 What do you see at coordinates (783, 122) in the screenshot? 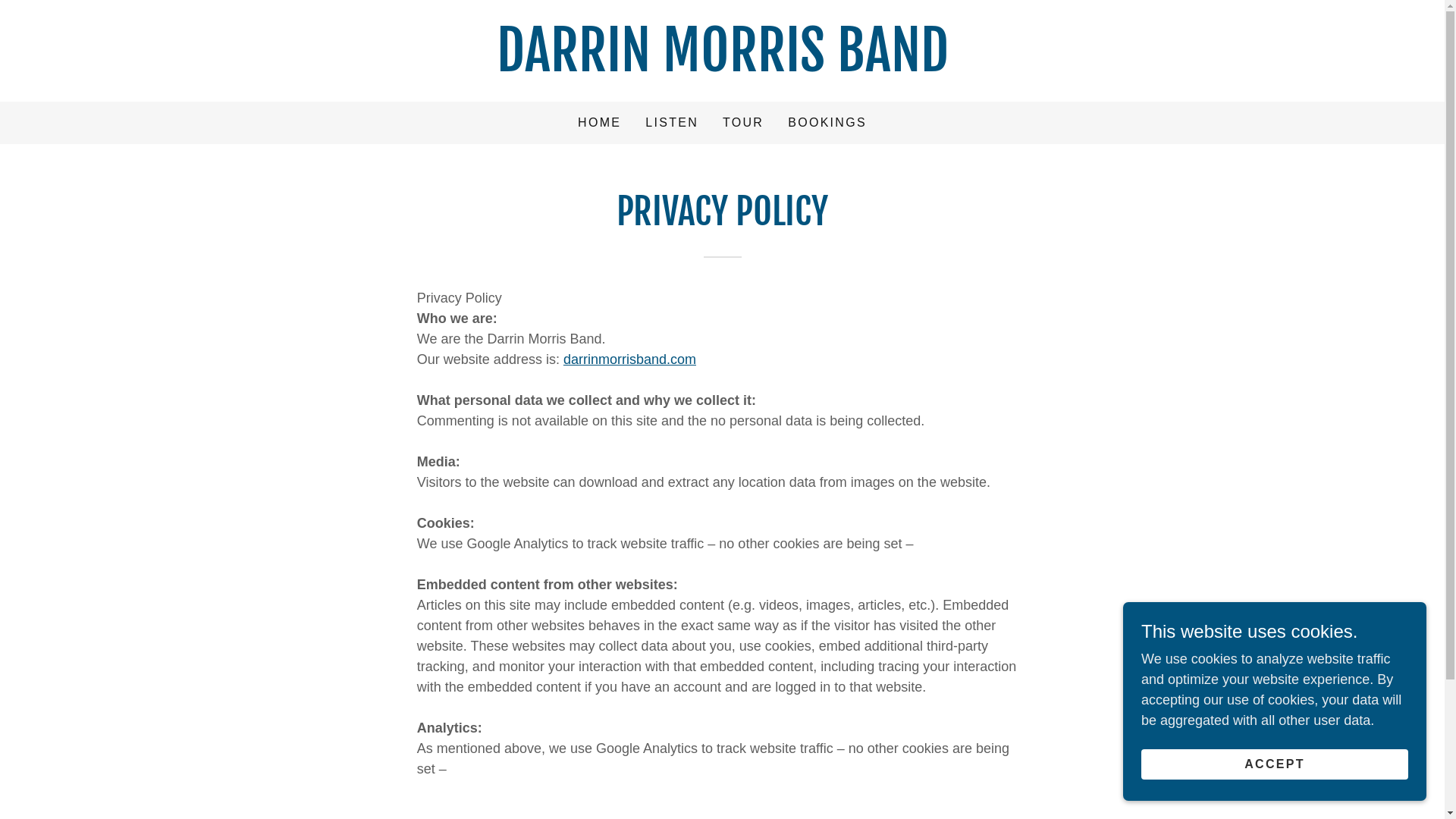
I see `'BOOKINGS'` at bounding box center [783, 122].